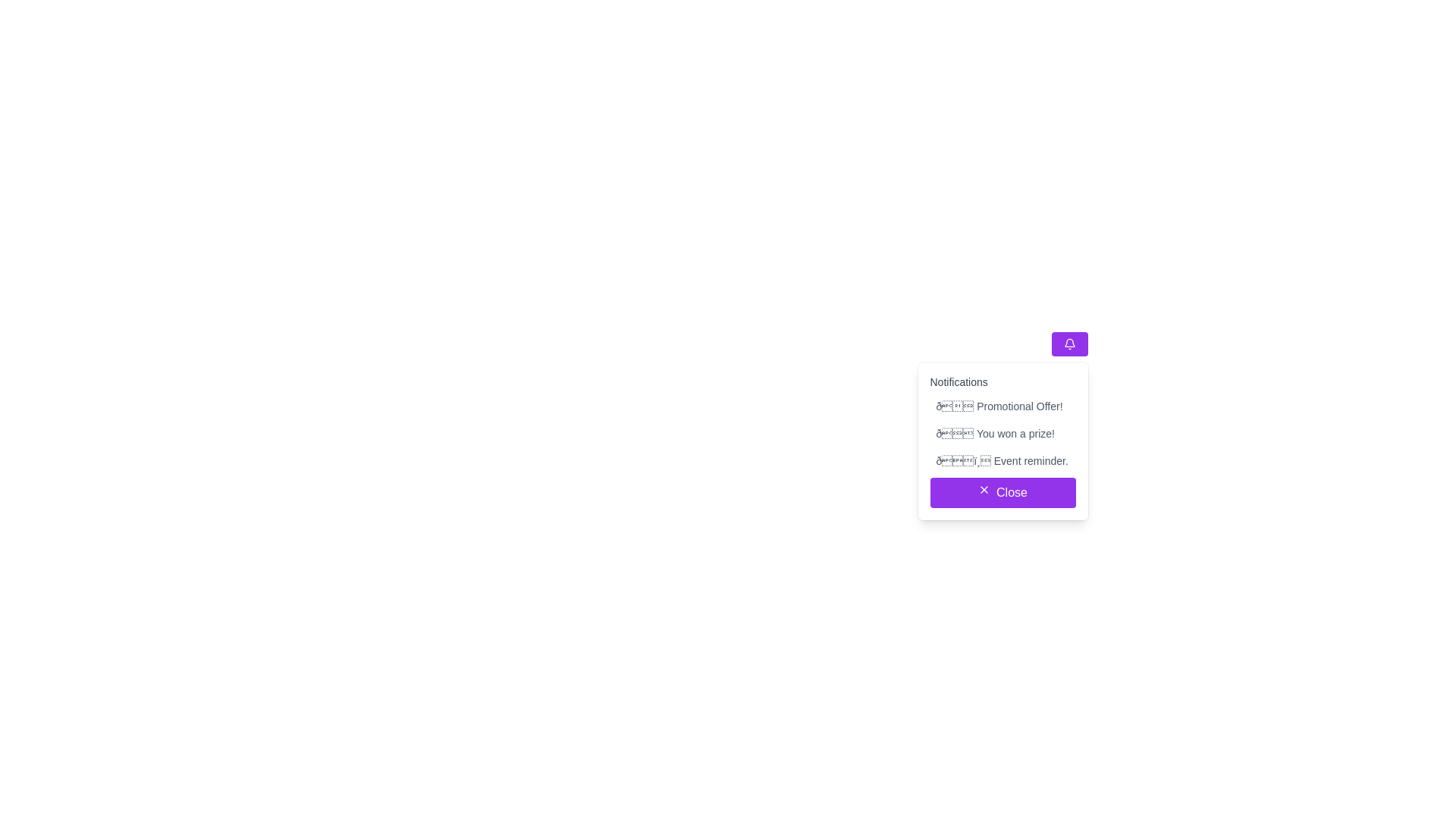 The height and width of the screenshot is (819, 1456). I want to click on the button at the top-right corner of the notification panel, so click(1068, 344).